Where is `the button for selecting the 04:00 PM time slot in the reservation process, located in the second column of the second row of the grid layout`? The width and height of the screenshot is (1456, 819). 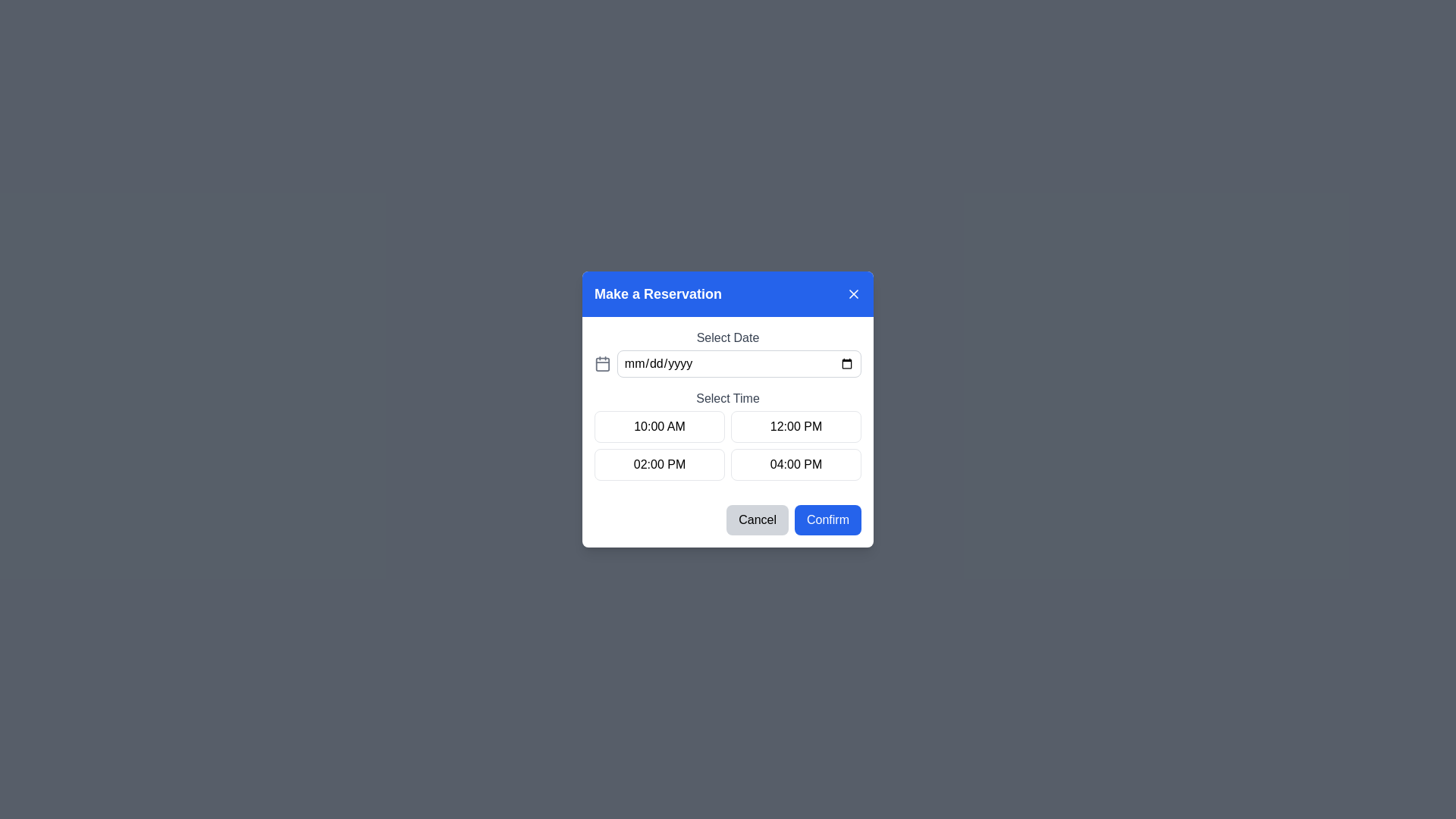
the button for selecting the 04:00 PM time slot in the reservation process, located in the second column of the second row of the grid layout is located at coordinates (795, 464).